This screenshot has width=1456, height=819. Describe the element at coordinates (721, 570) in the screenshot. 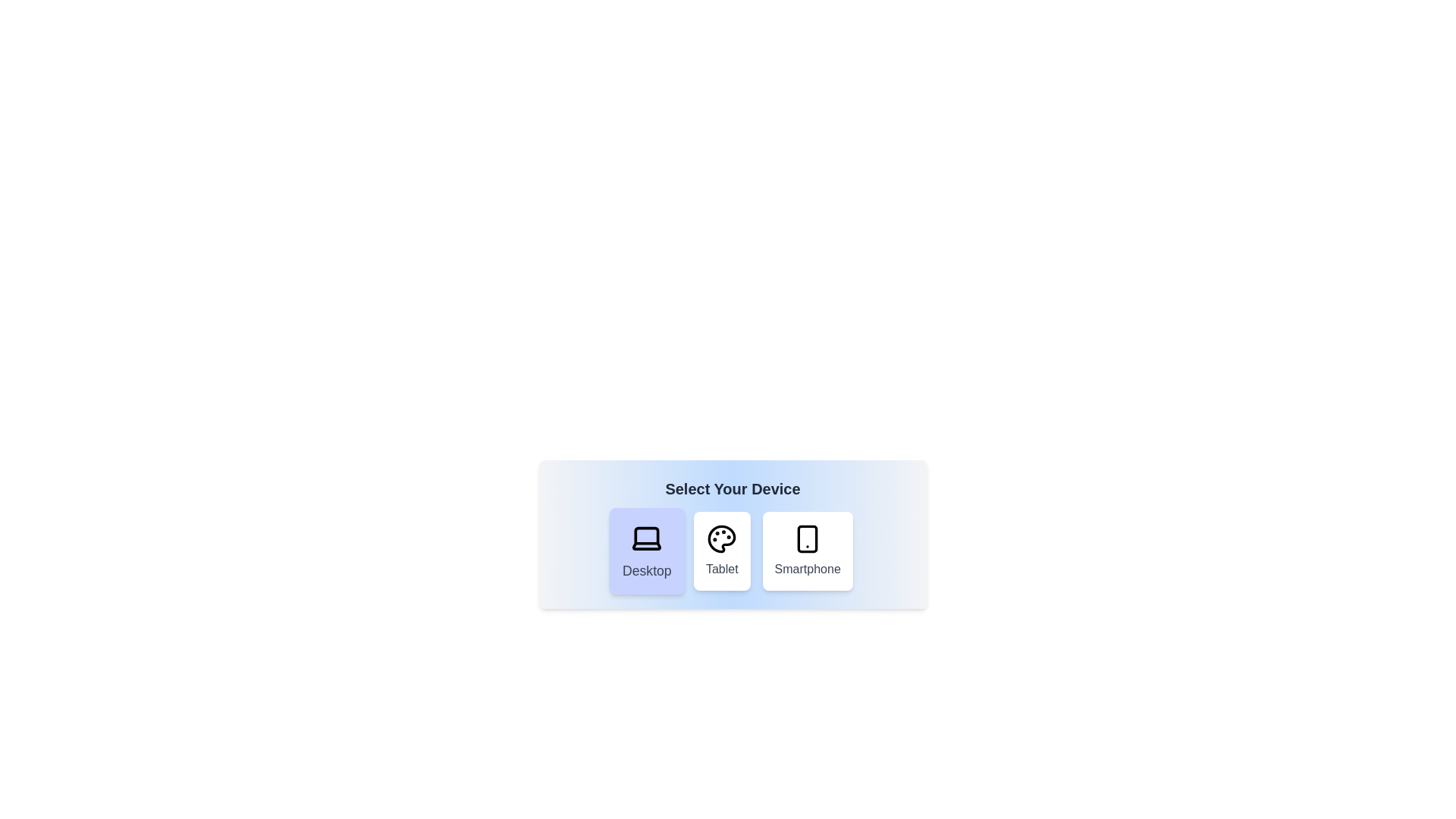

I see `the text label reading 'Tablet', which is styled with a medium font weight and gray color, located below a palette icon within the central card of device selection options` at that location.